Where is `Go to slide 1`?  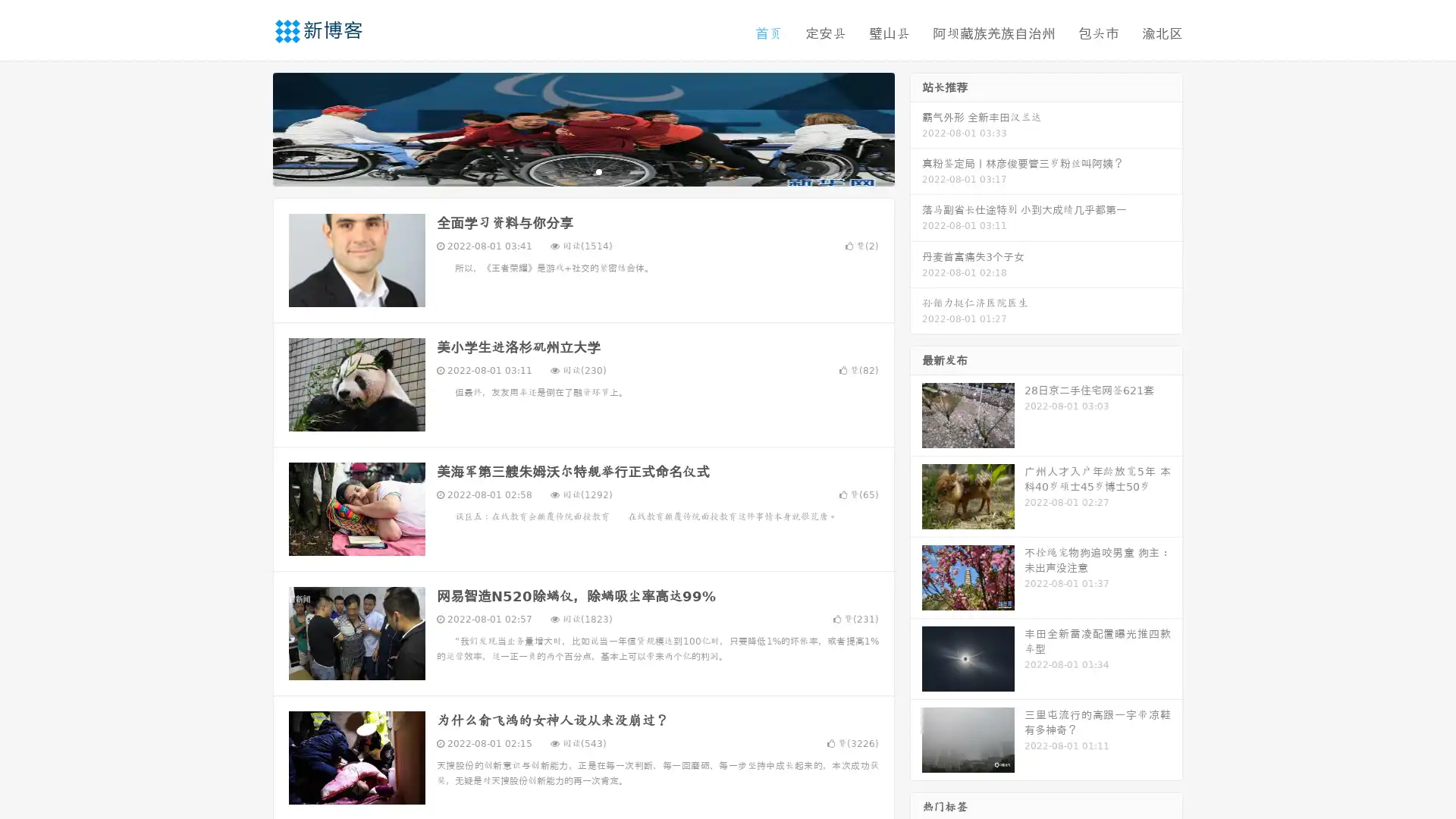
Go to slide 1 is located at coordinates (567, 171).